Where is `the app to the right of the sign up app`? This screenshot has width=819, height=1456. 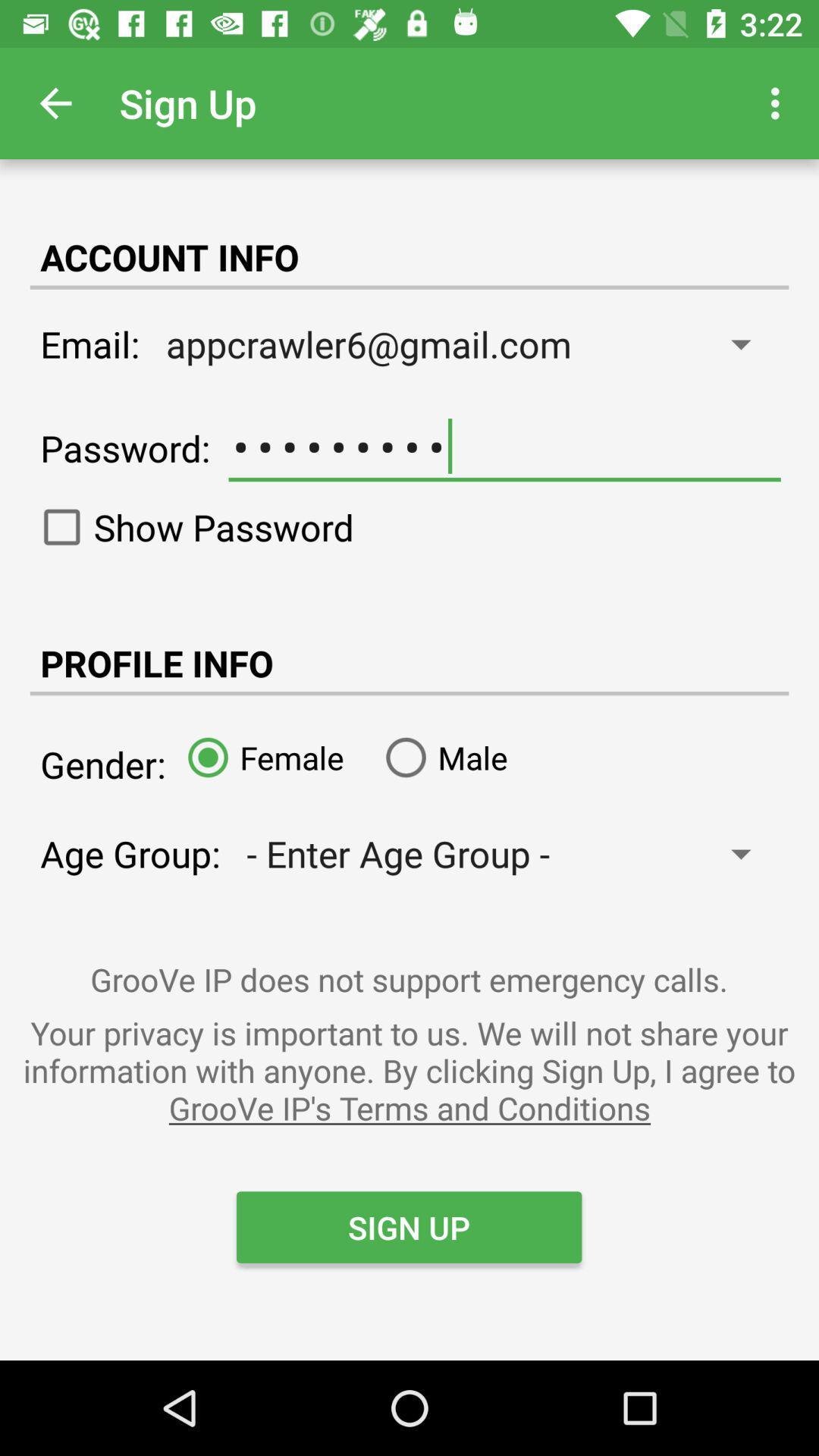 the app to the right of the sign up app is located at coordinates (779, 102).